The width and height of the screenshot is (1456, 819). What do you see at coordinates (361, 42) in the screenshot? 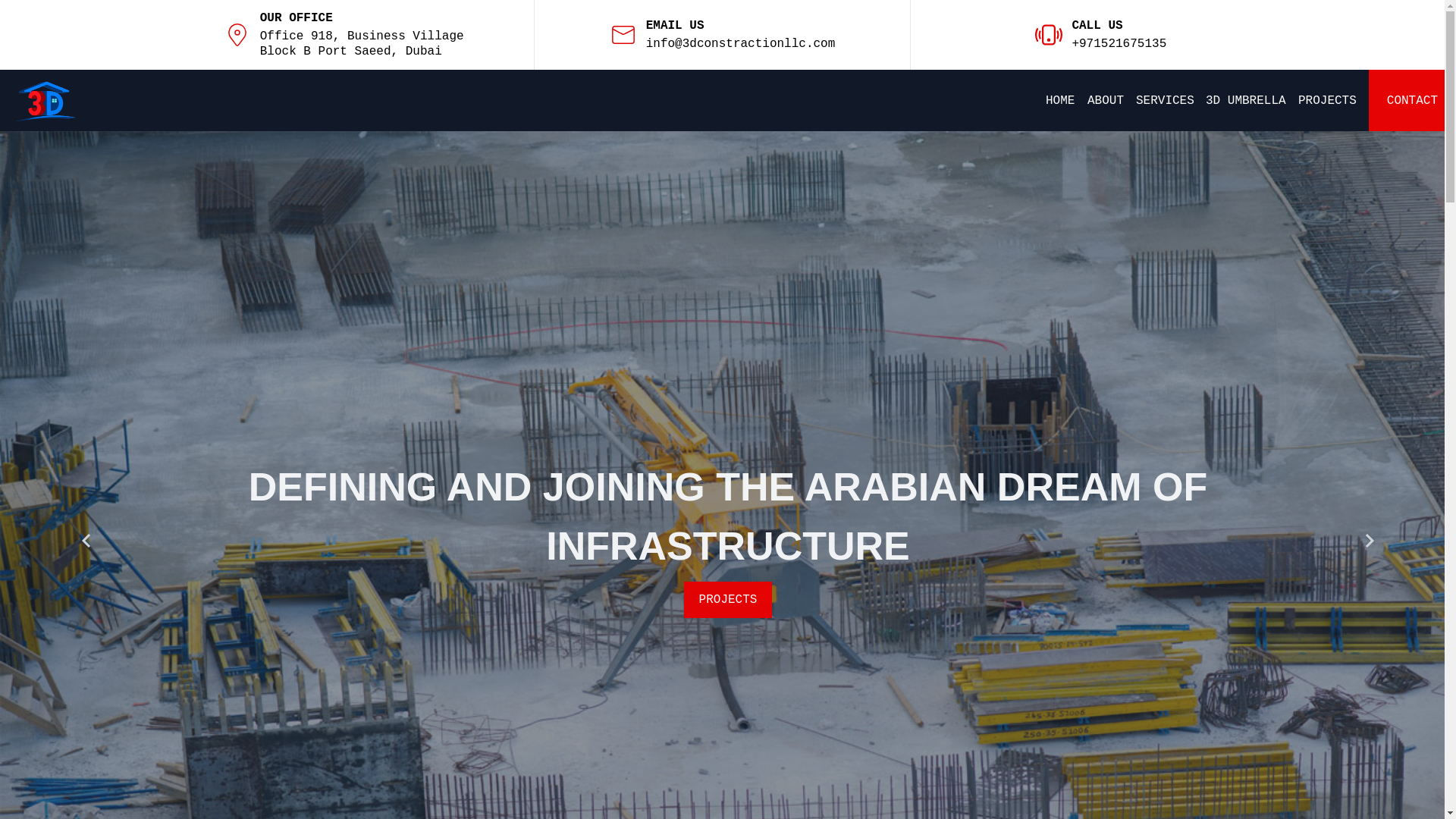
I see `'Office 918, Business Village` at bounding box center [361, 42].